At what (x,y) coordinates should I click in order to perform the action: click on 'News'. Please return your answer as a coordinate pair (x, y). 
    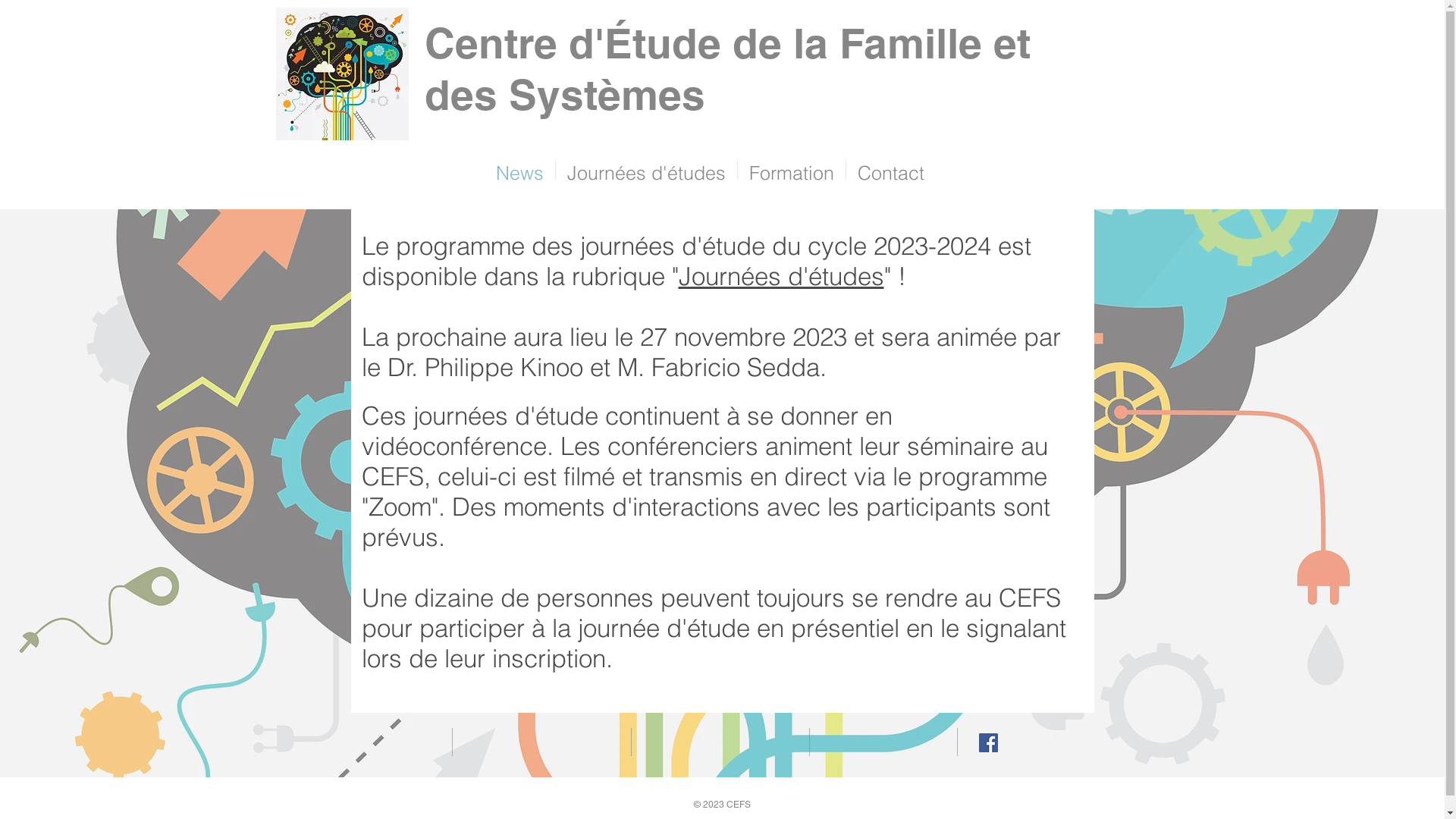
    Looking at the image, I should click on (483, 169).